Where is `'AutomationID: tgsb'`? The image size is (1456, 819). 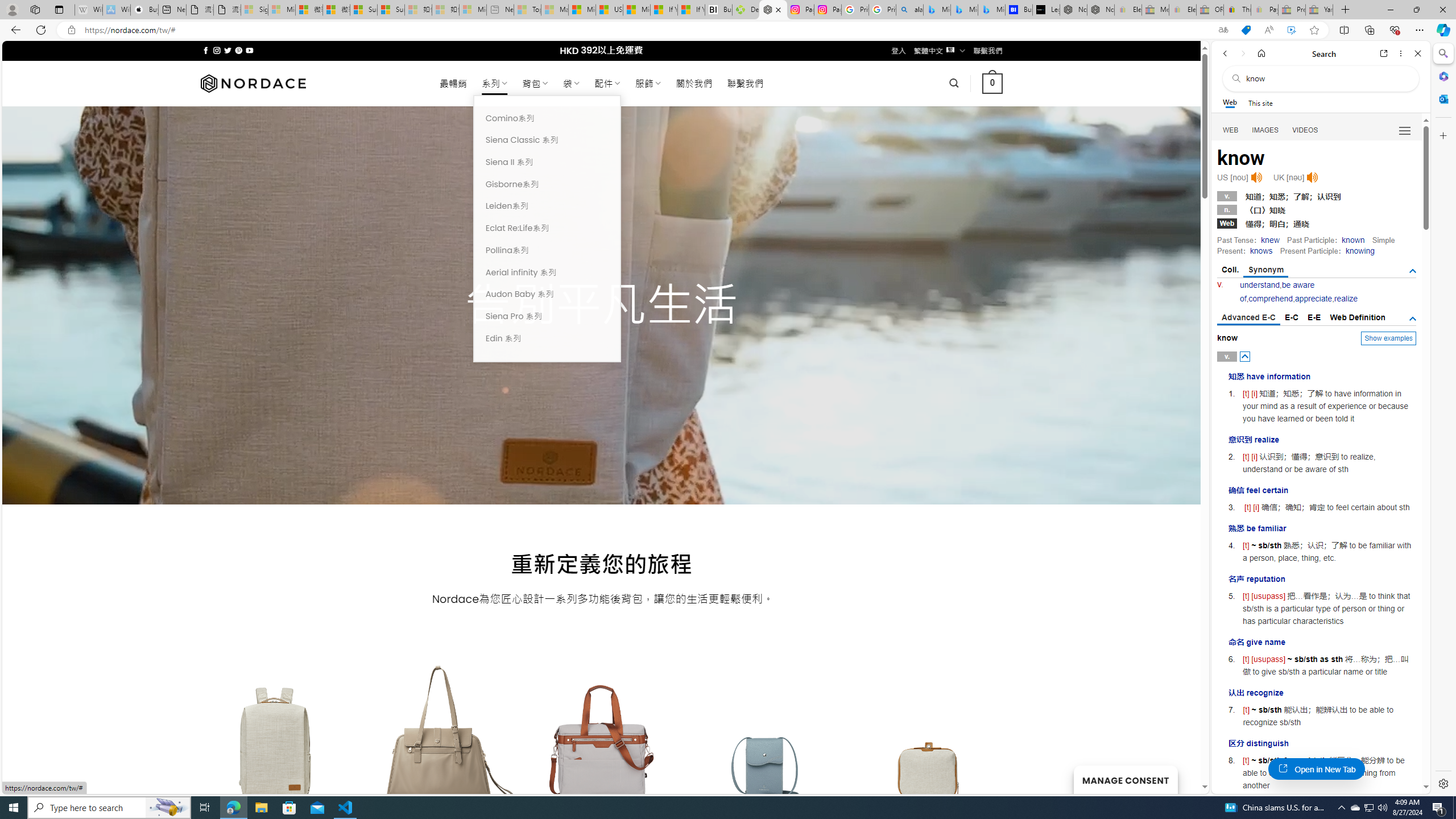
'AutomationID: tgsb' is located at coordinates (1412, 270).